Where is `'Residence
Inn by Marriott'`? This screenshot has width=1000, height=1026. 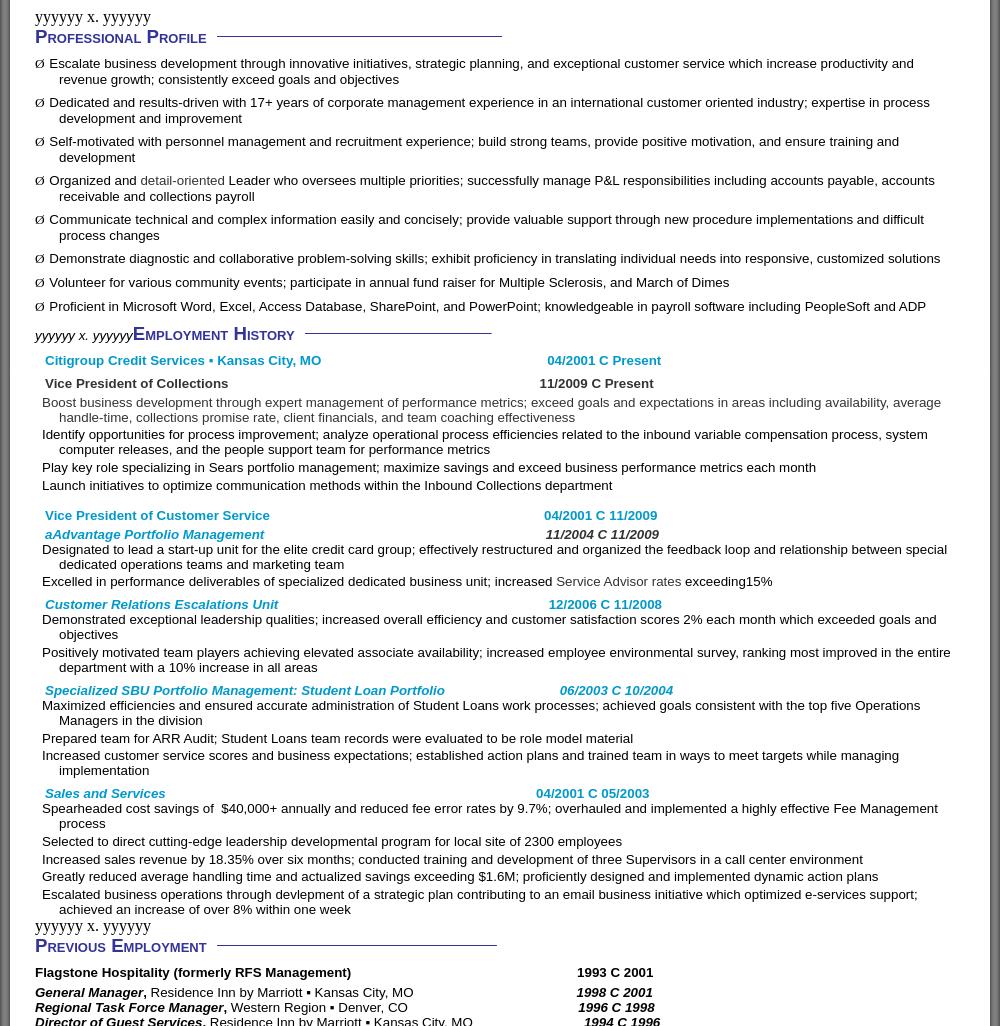 'Residence
Inn by Marriott' is located at coordinates (227, 991).